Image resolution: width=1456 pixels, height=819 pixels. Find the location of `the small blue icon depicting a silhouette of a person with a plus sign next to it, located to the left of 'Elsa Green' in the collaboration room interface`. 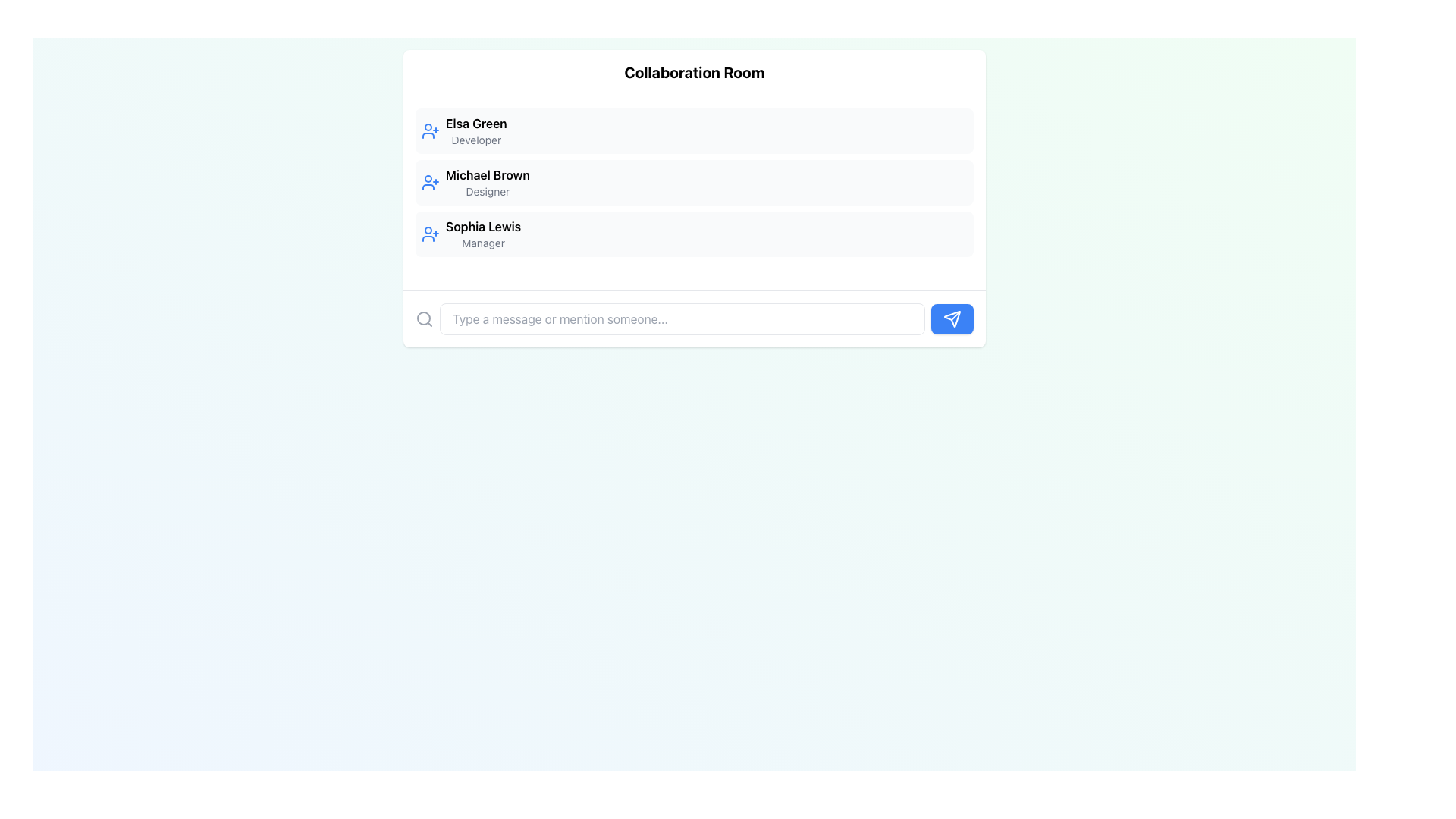

the small blue icon depicting a silhouette of a person with a plus sign next to it, located to the left of 'Elsa Green' in the collaboration room interface is located at coordinates (429, 130).